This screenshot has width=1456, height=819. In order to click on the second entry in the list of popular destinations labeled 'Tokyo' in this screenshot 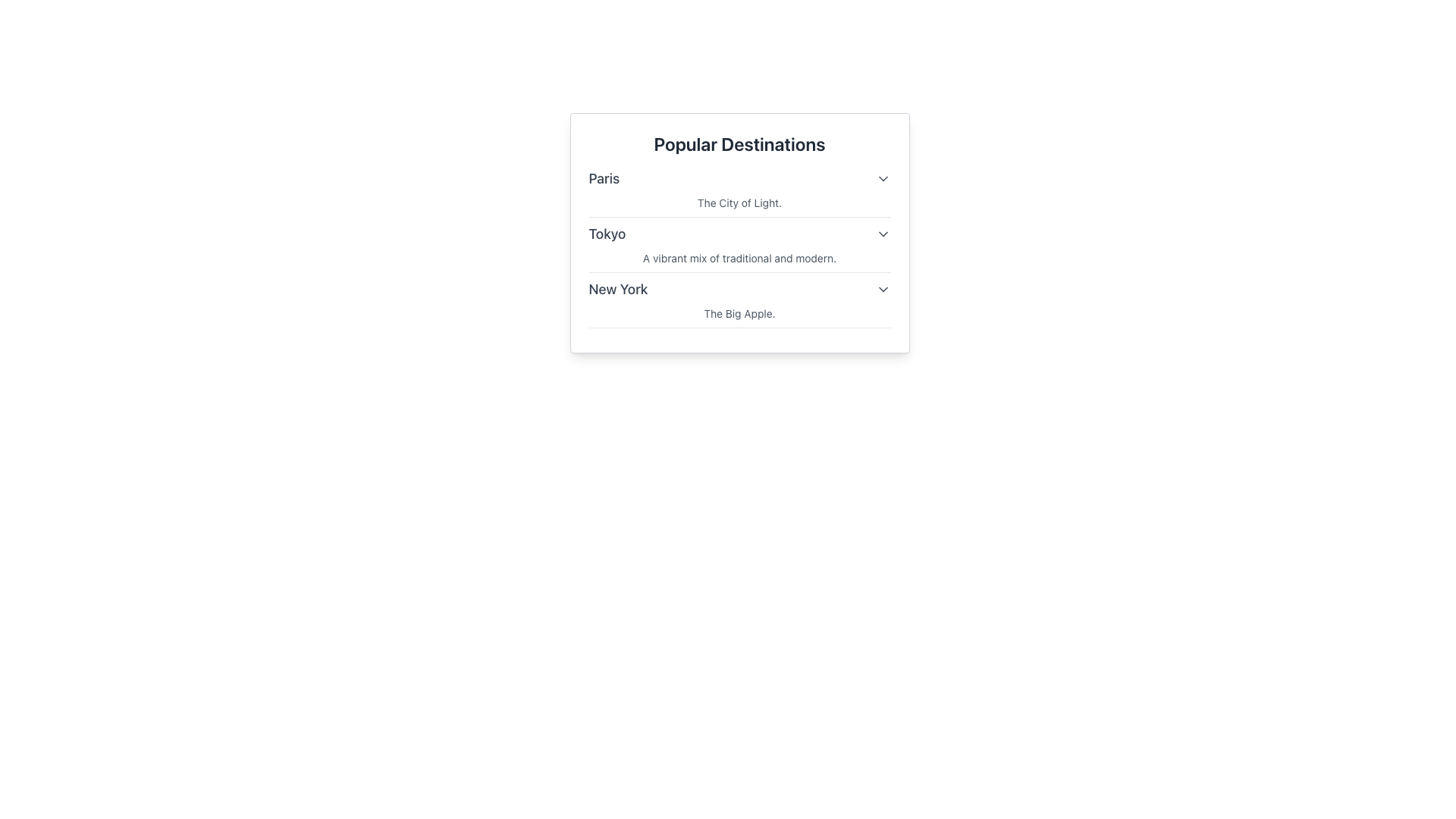, I will do `click(739, 247)`.